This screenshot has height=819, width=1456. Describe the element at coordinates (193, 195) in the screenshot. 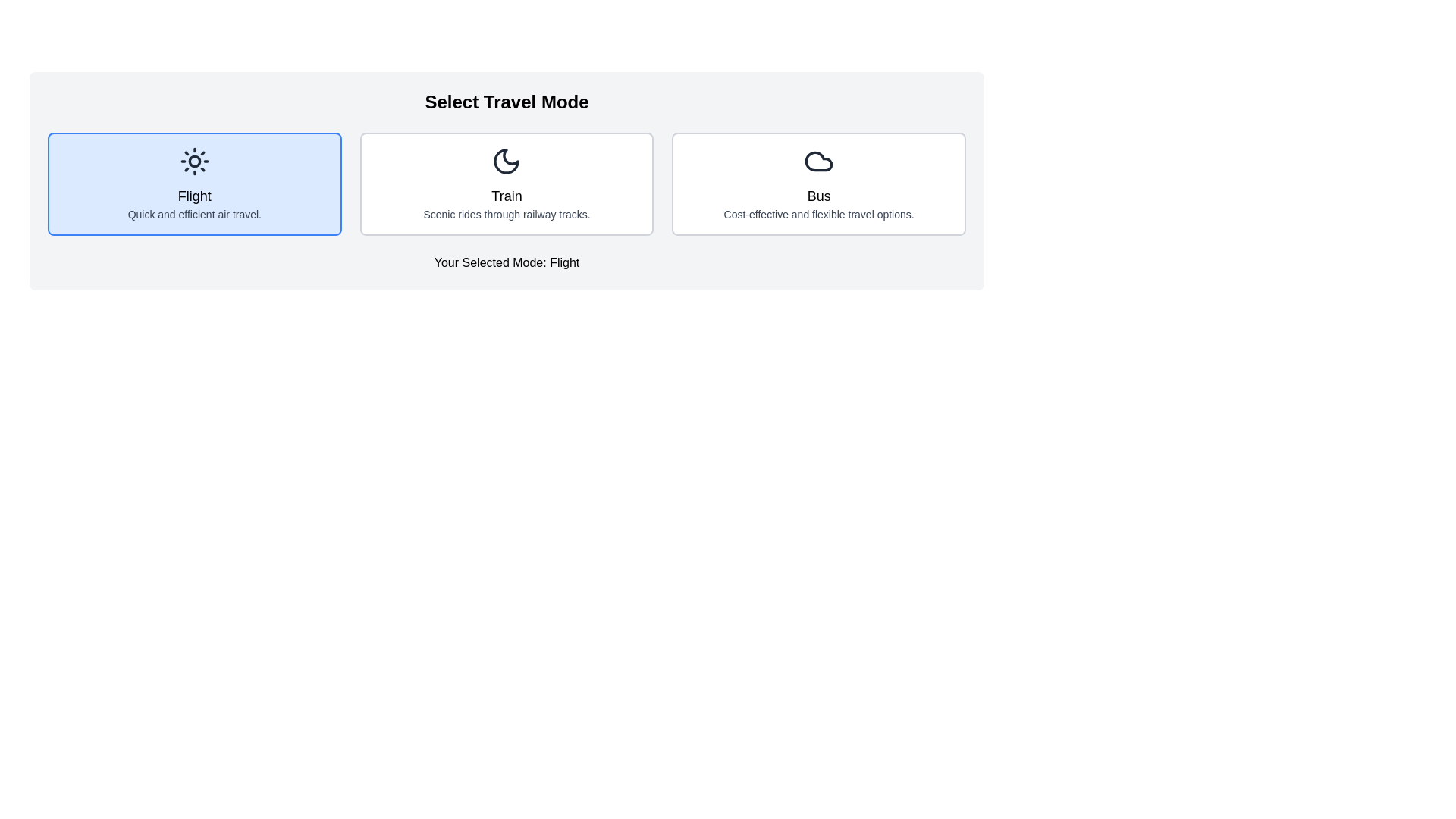

I see `title text for air travel located in the blue shaded card containing 'Quick and efficient air travel.' This text is centered within the card, above the description text` at that location.